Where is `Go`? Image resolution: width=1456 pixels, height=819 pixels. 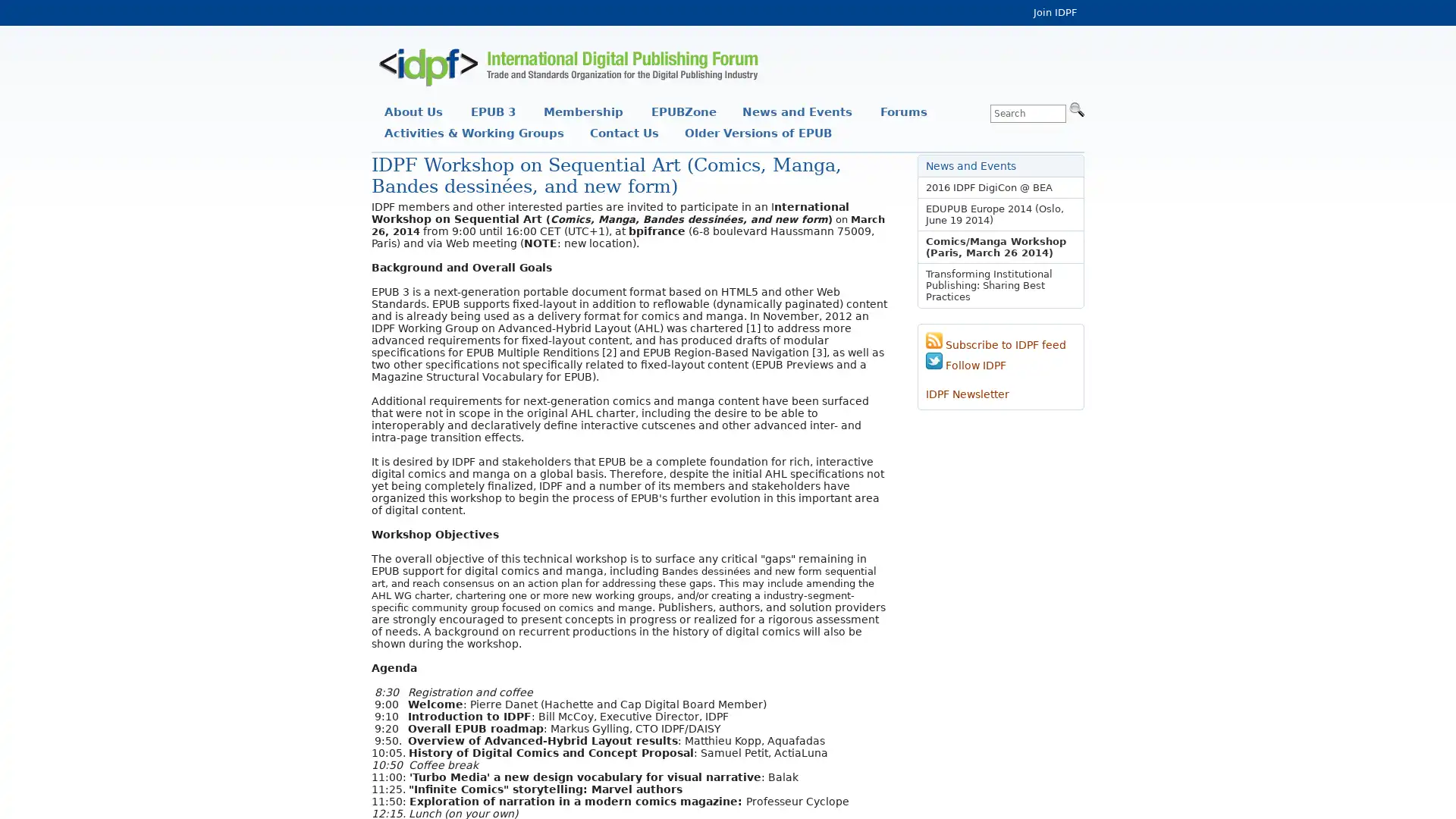
Go is located at coordinates (1076, 108).